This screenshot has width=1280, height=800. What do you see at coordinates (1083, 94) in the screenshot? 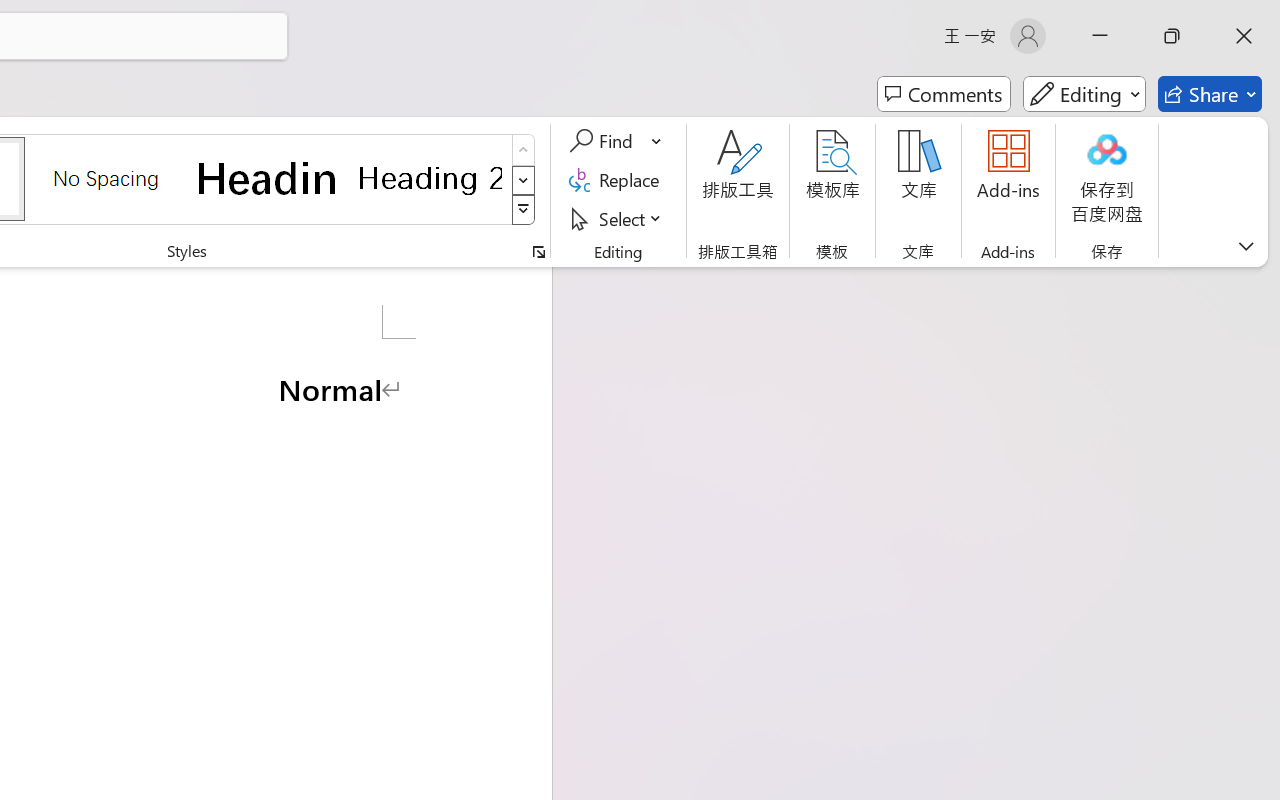
I see `'Mode'` at bounding box center [1083, 94].